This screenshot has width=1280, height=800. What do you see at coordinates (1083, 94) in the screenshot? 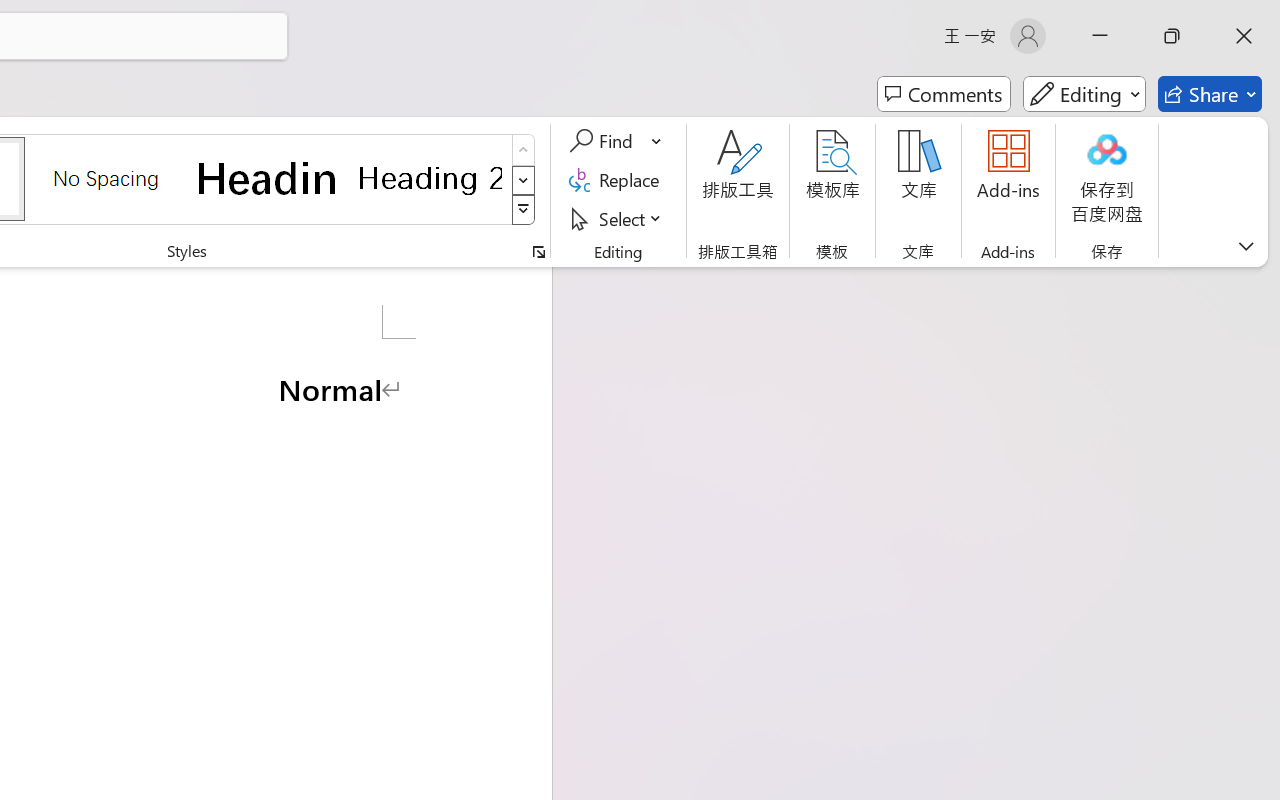
I see `'Mode'` at bounding box center [1083, 94].